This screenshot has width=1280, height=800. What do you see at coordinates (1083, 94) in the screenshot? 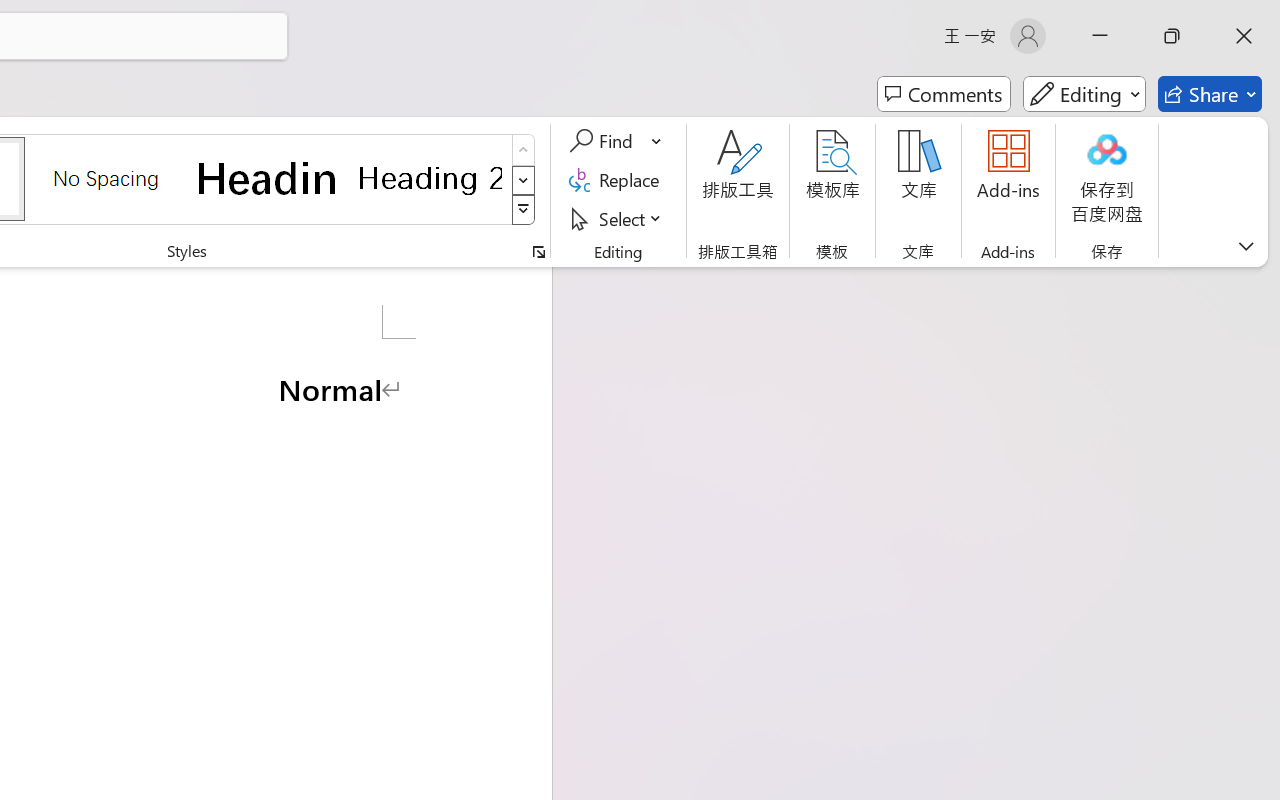
I see `'Mode'` at bounding box center [1083, 94].